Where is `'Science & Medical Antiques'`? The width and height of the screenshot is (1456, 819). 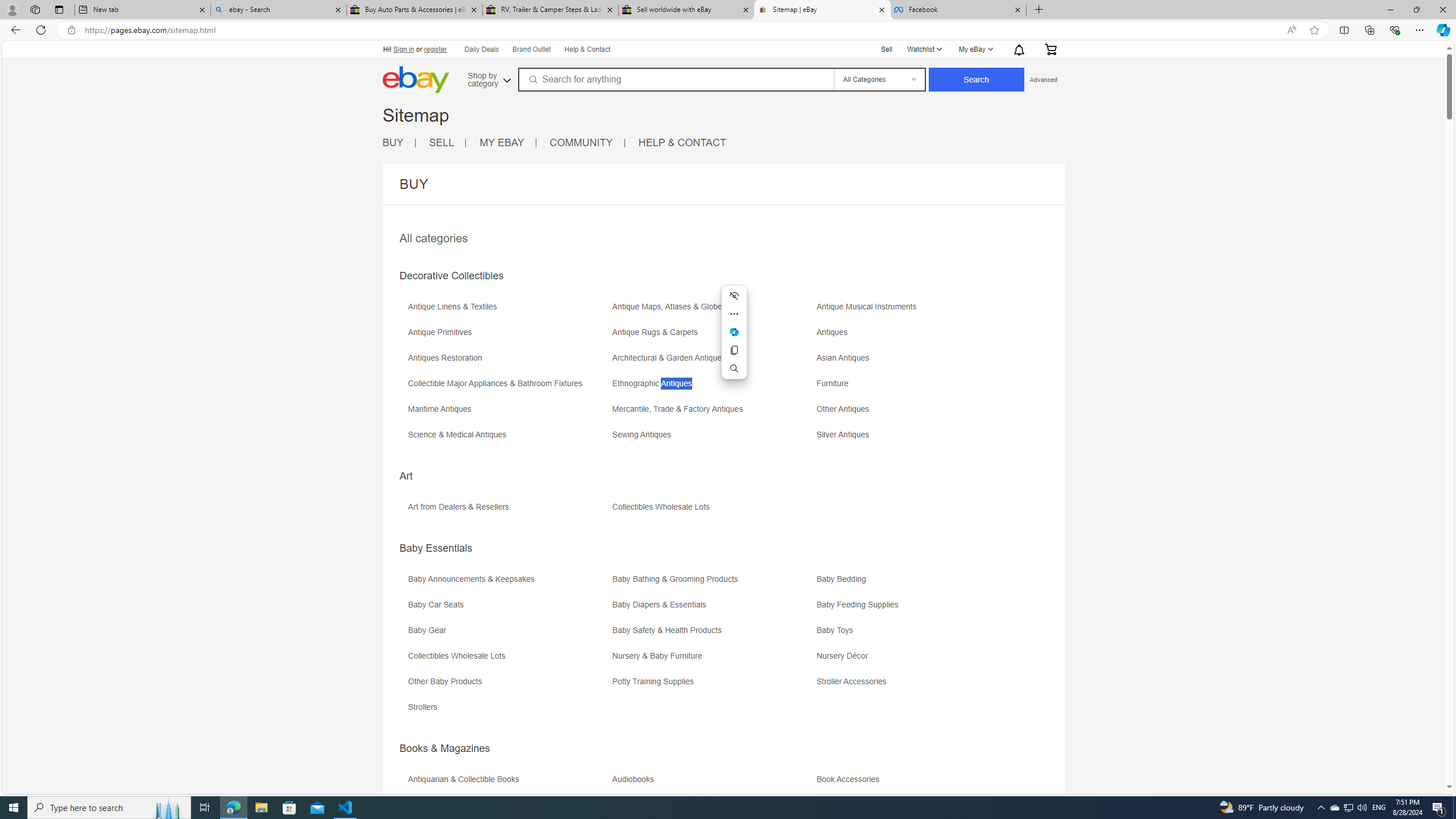
'Science & Medical Antiques' is located at coordinates (508, 438).